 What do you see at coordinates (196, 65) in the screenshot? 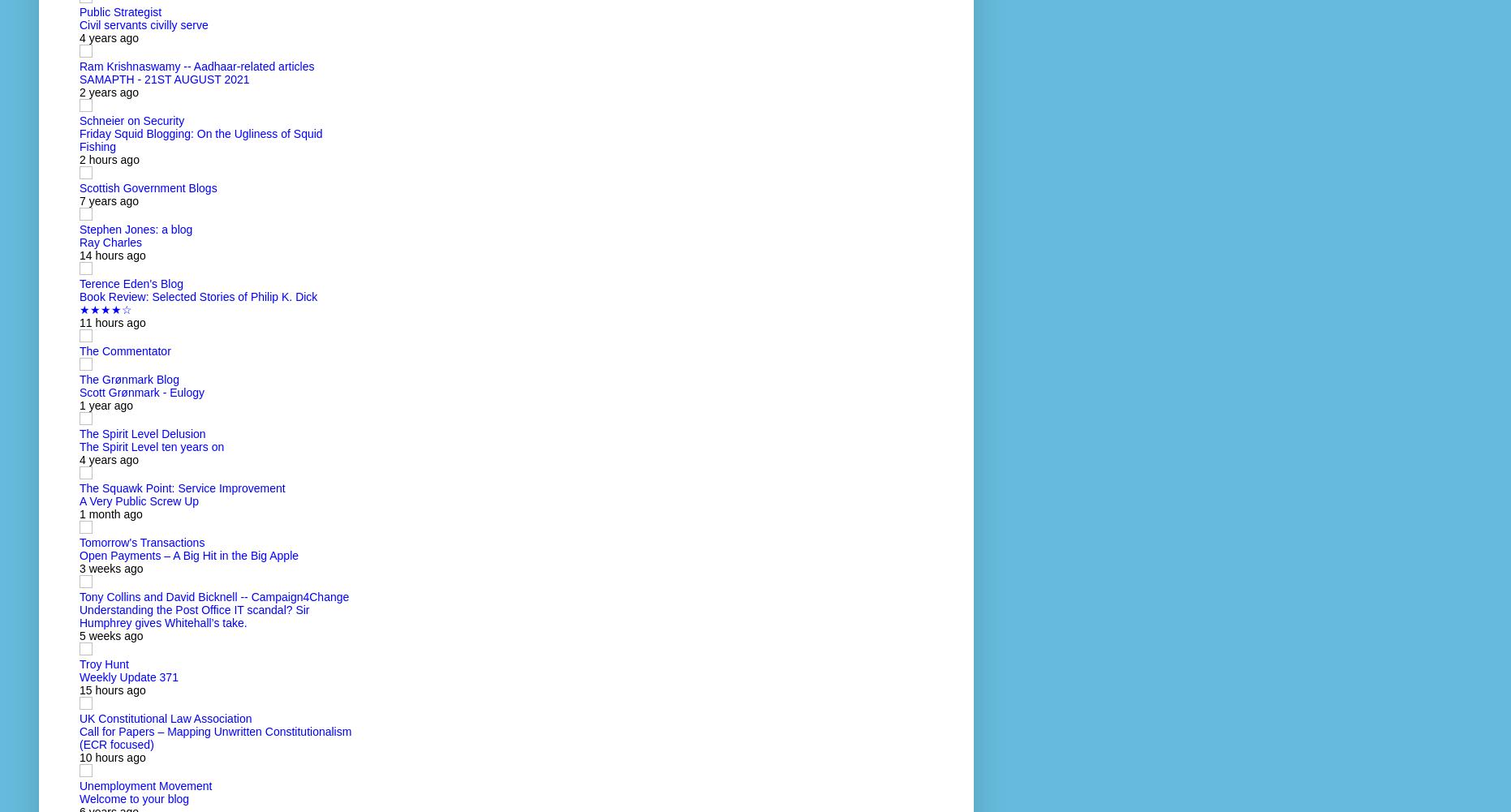
I see `'Ram Krishnaswamy -- Aadhaar-related articles'` at bounding box center [196, 65].